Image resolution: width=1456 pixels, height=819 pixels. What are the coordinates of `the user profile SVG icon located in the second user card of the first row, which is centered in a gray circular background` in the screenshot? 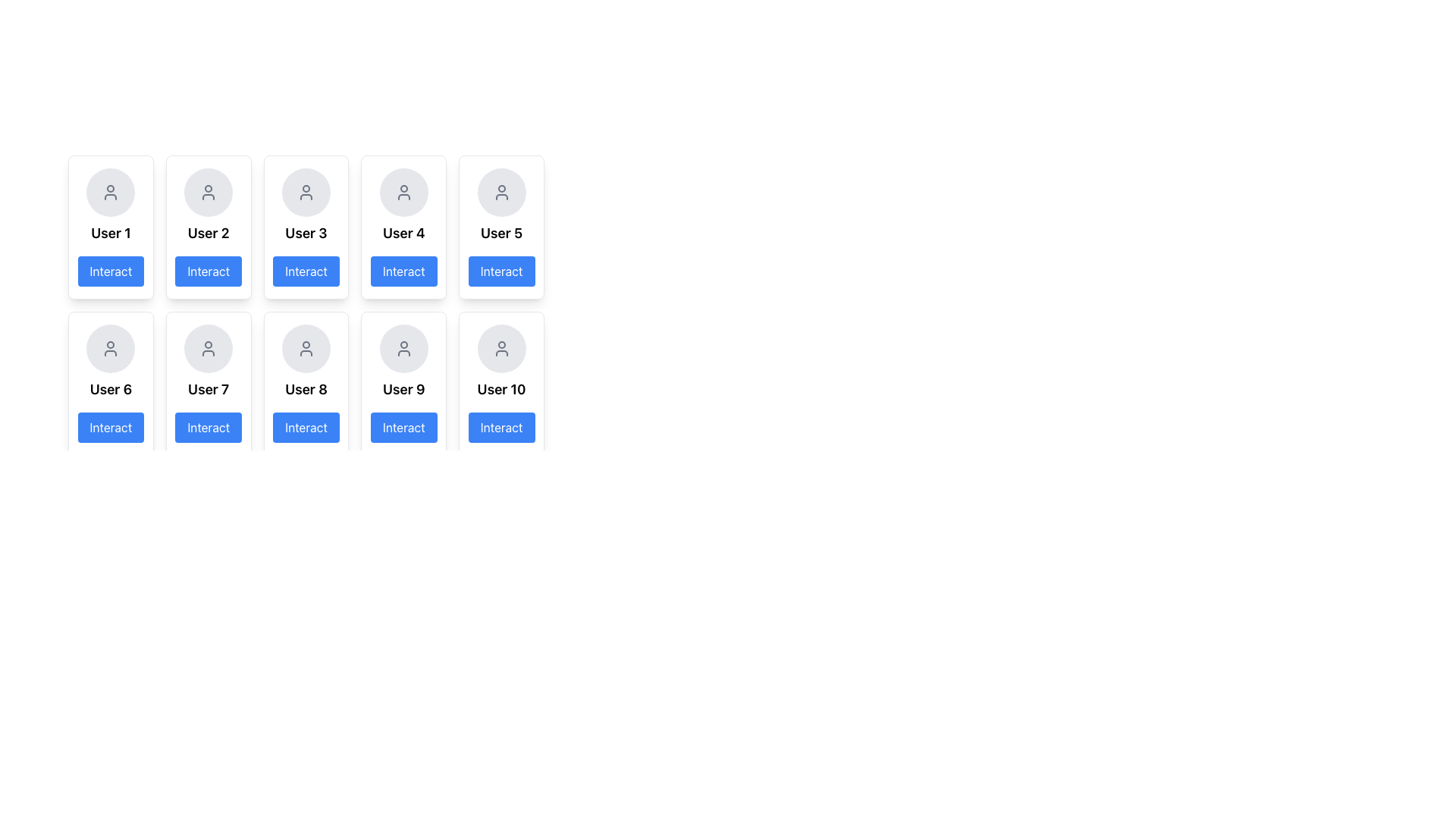 It's located at (208, 192).